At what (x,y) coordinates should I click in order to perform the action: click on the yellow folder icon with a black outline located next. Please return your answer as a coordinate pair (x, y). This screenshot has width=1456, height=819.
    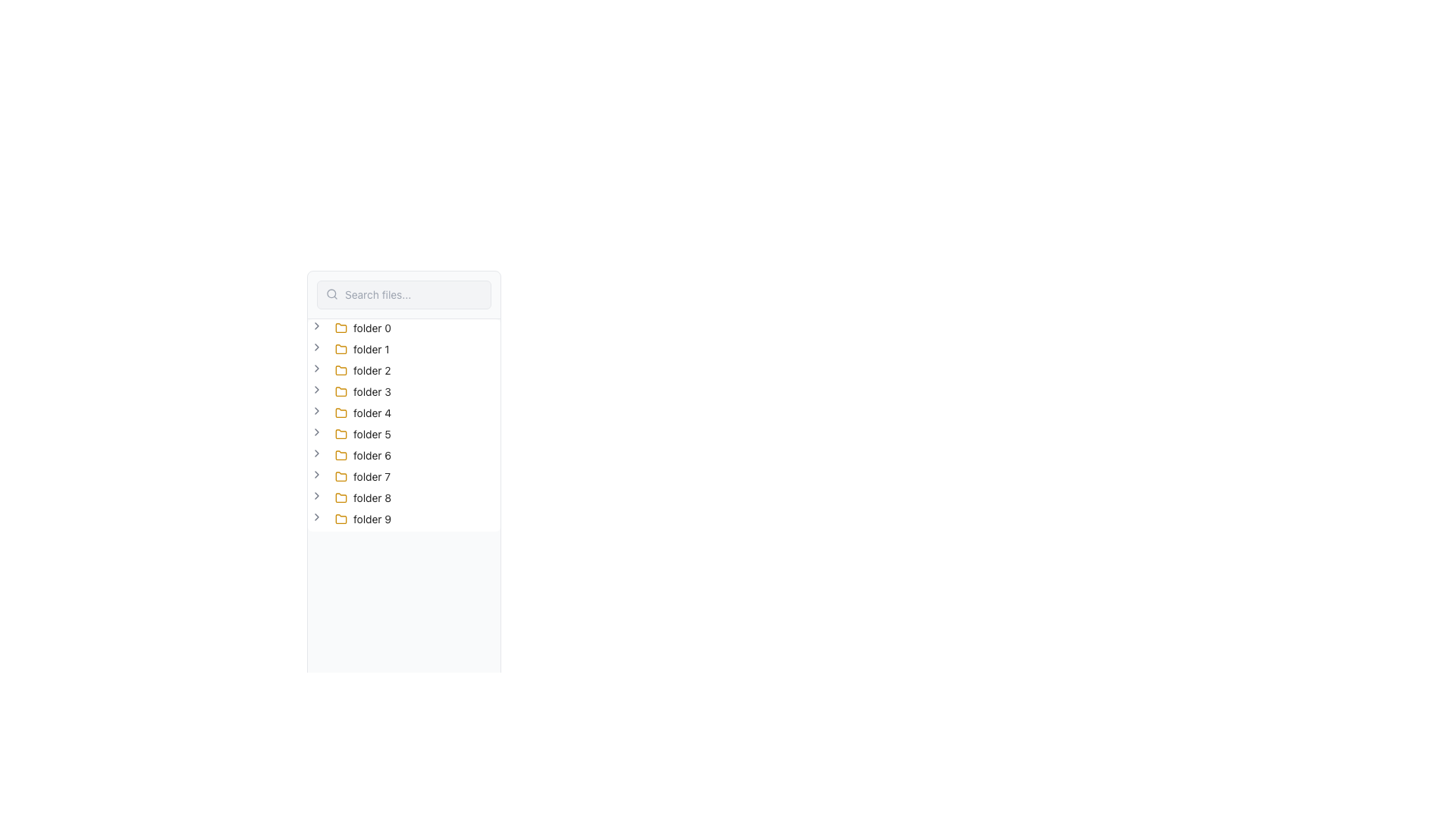
    Looking at the image, I should click on (340, 327).